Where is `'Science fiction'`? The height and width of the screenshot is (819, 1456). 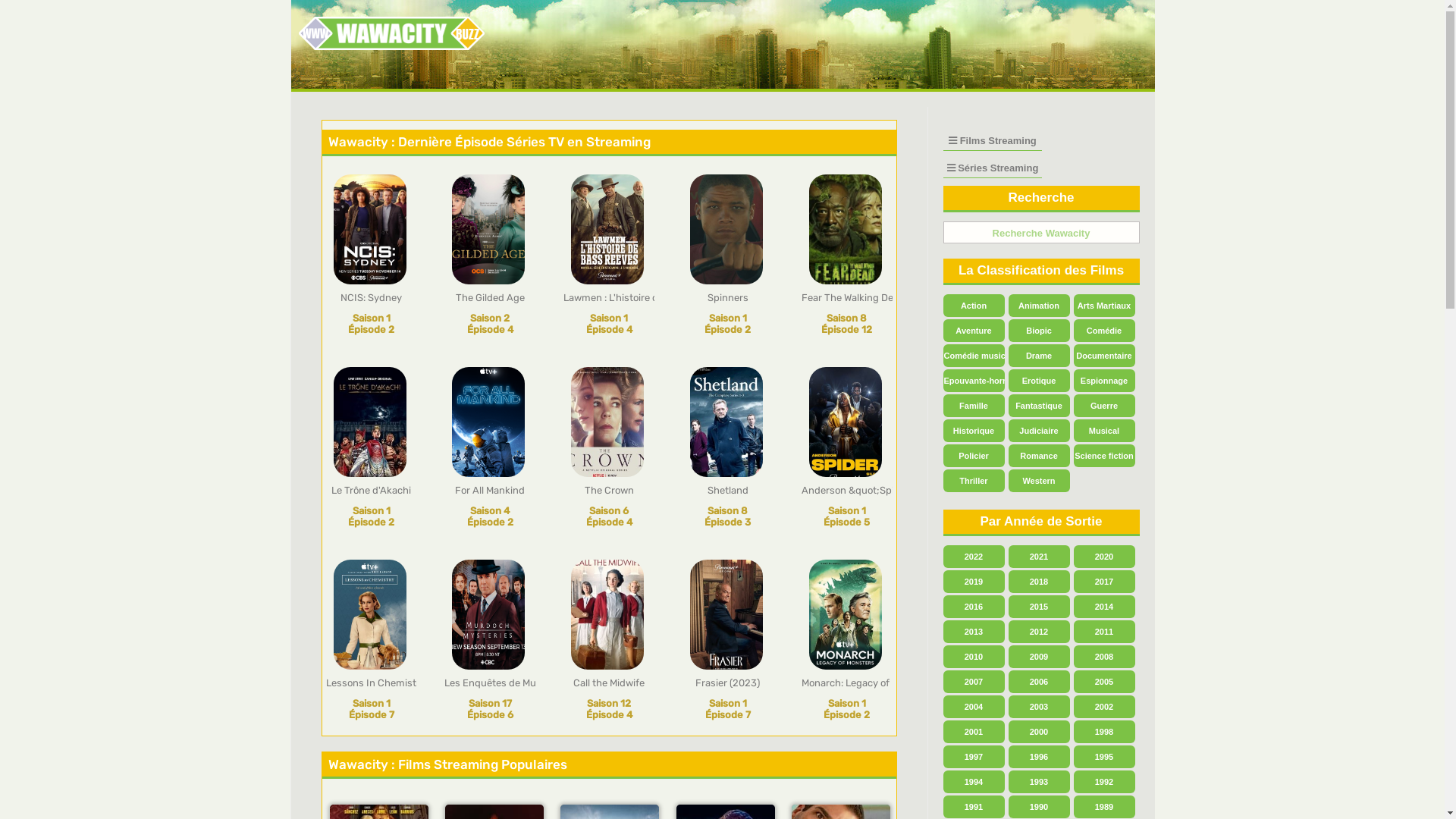 'Science fiction' is located at coordinates (1073, 455).